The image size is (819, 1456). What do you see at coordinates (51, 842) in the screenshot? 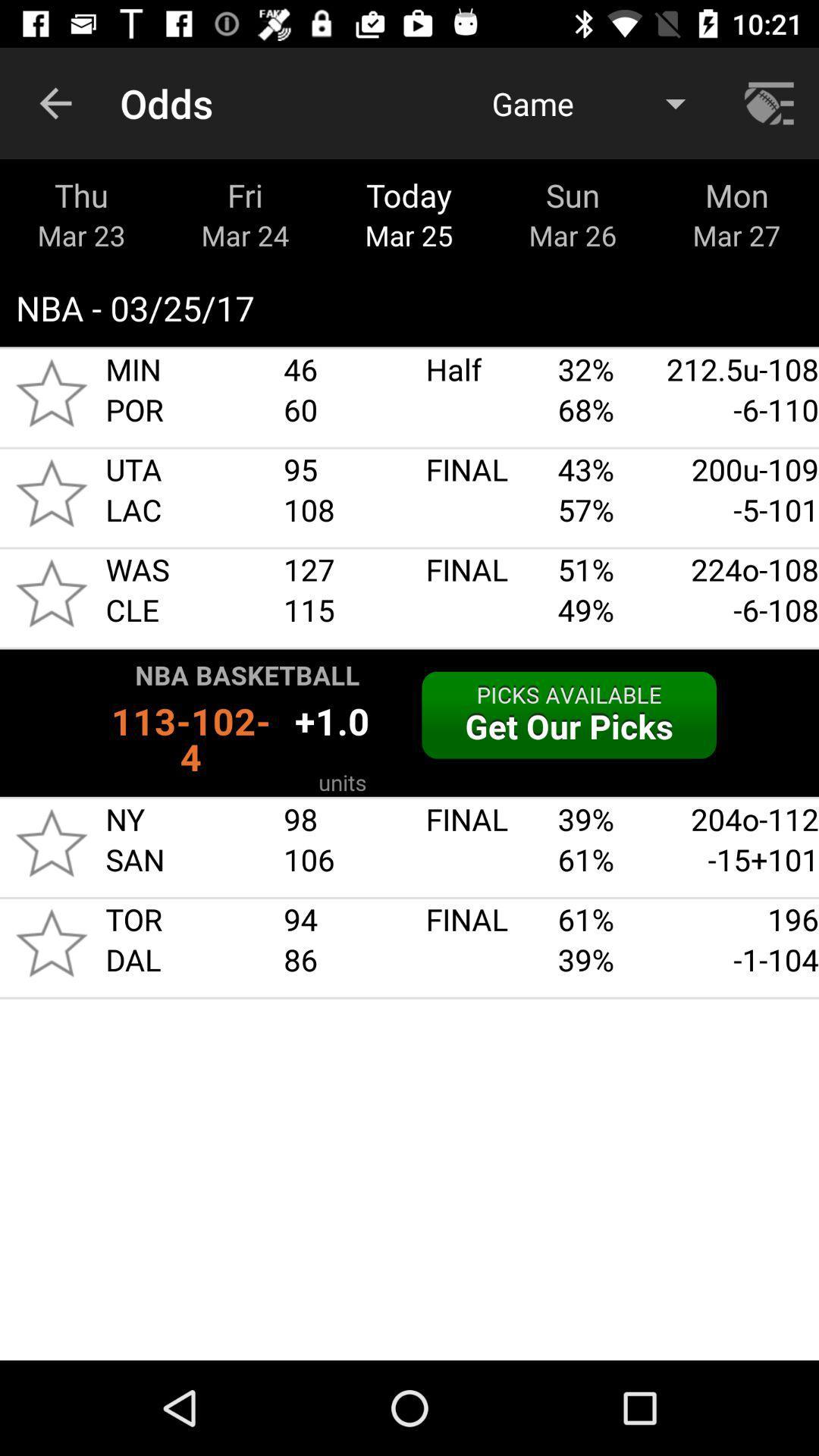
I see `bookmark game` at bounding box center [51, 842].